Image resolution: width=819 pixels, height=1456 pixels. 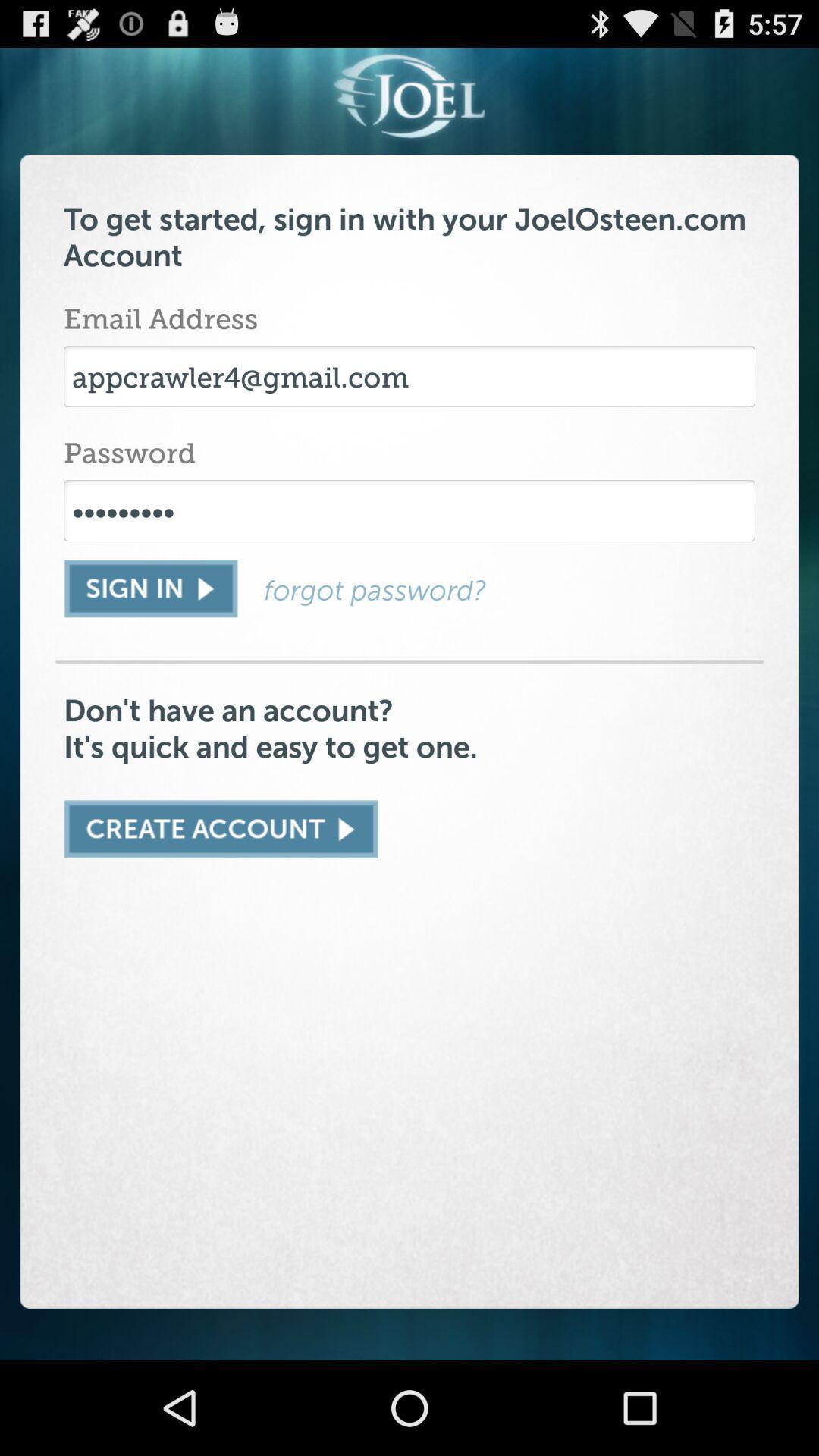 What do you see at coordinates (150, 588) in the screenshot?
I see `the item below the crowd3116 icon` at bounding box center [150, 588].